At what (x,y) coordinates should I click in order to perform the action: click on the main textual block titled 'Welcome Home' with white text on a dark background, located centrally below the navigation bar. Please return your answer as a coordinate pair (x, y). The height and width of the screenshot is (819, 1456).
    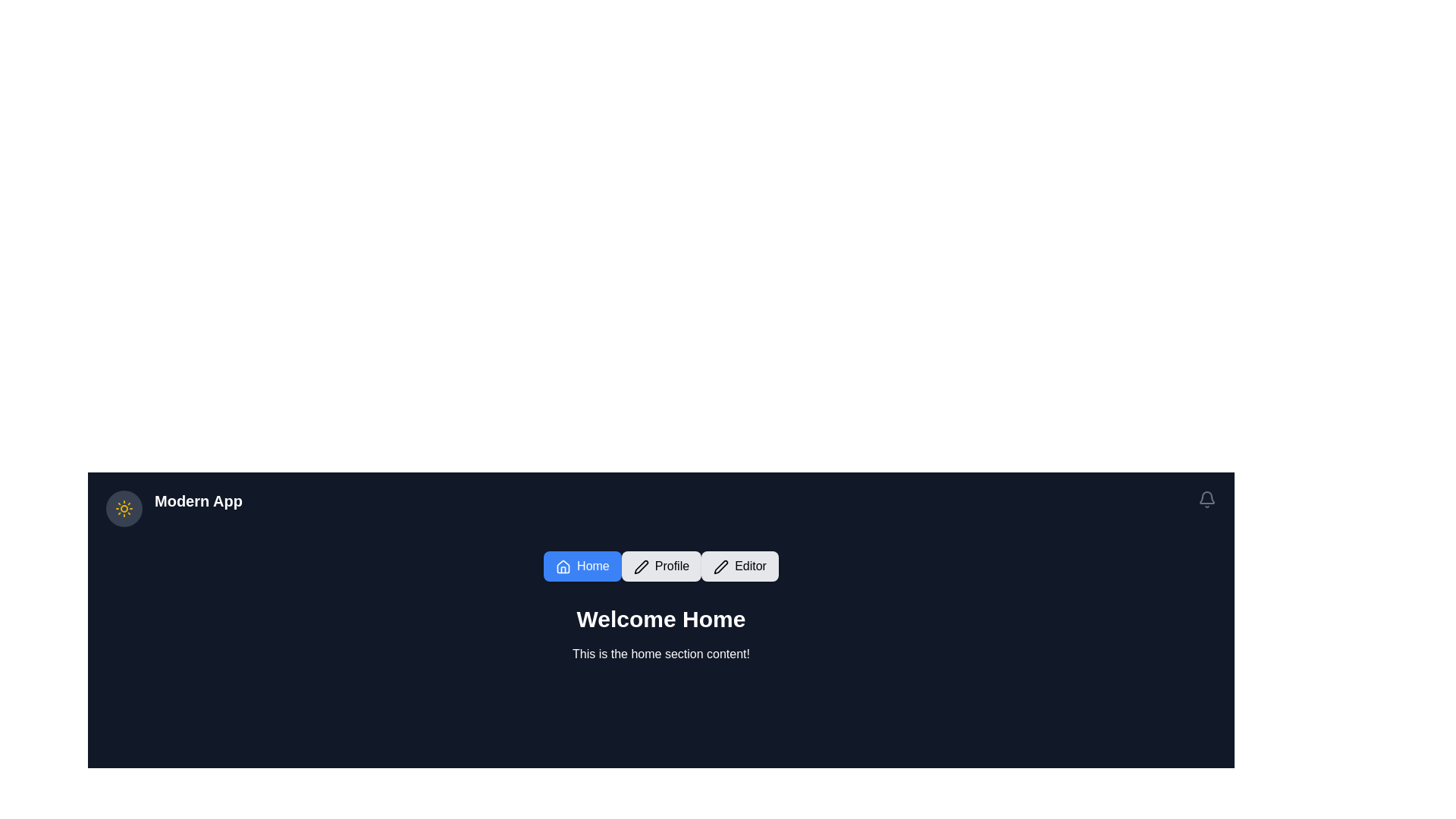
    Looking at the image, I should click on (661, 635).